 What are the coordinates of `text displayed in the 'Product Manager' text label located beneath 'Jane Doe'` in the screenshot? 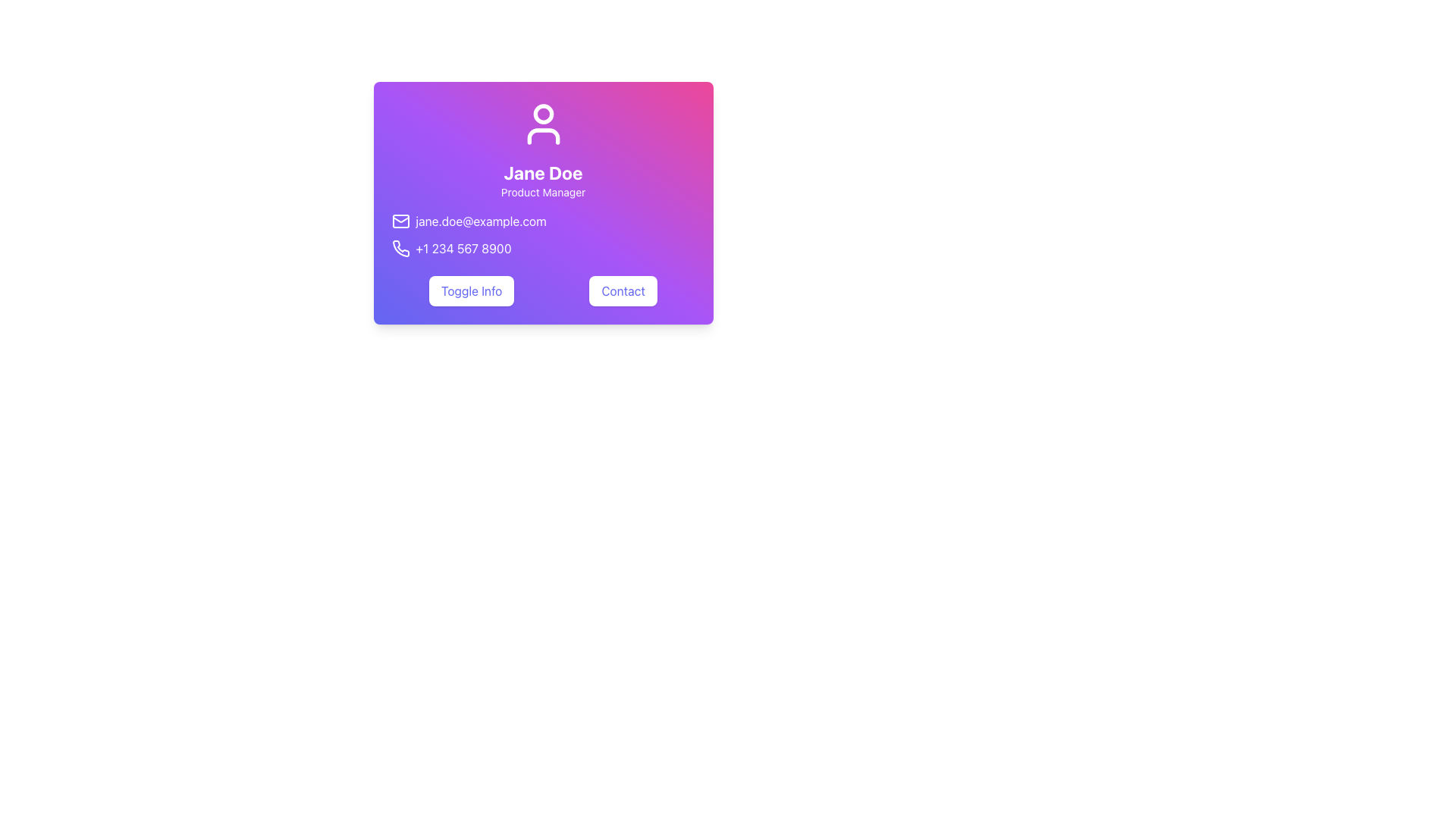 It's located at (543, 192).